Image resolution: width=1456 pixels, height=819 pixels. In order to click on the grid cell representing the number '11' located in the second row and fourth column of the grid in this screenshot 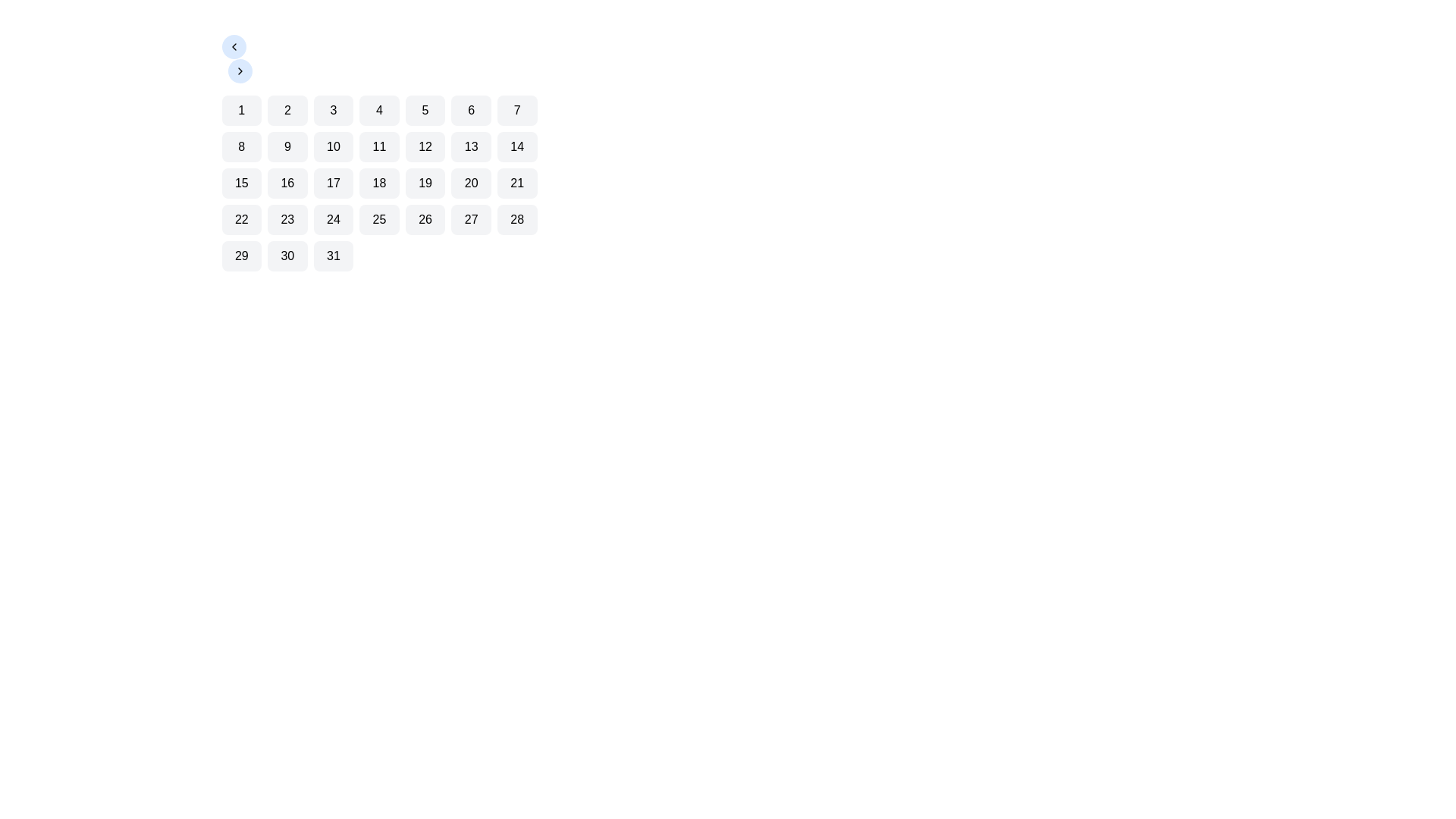, I will do `click(379, 146)`.